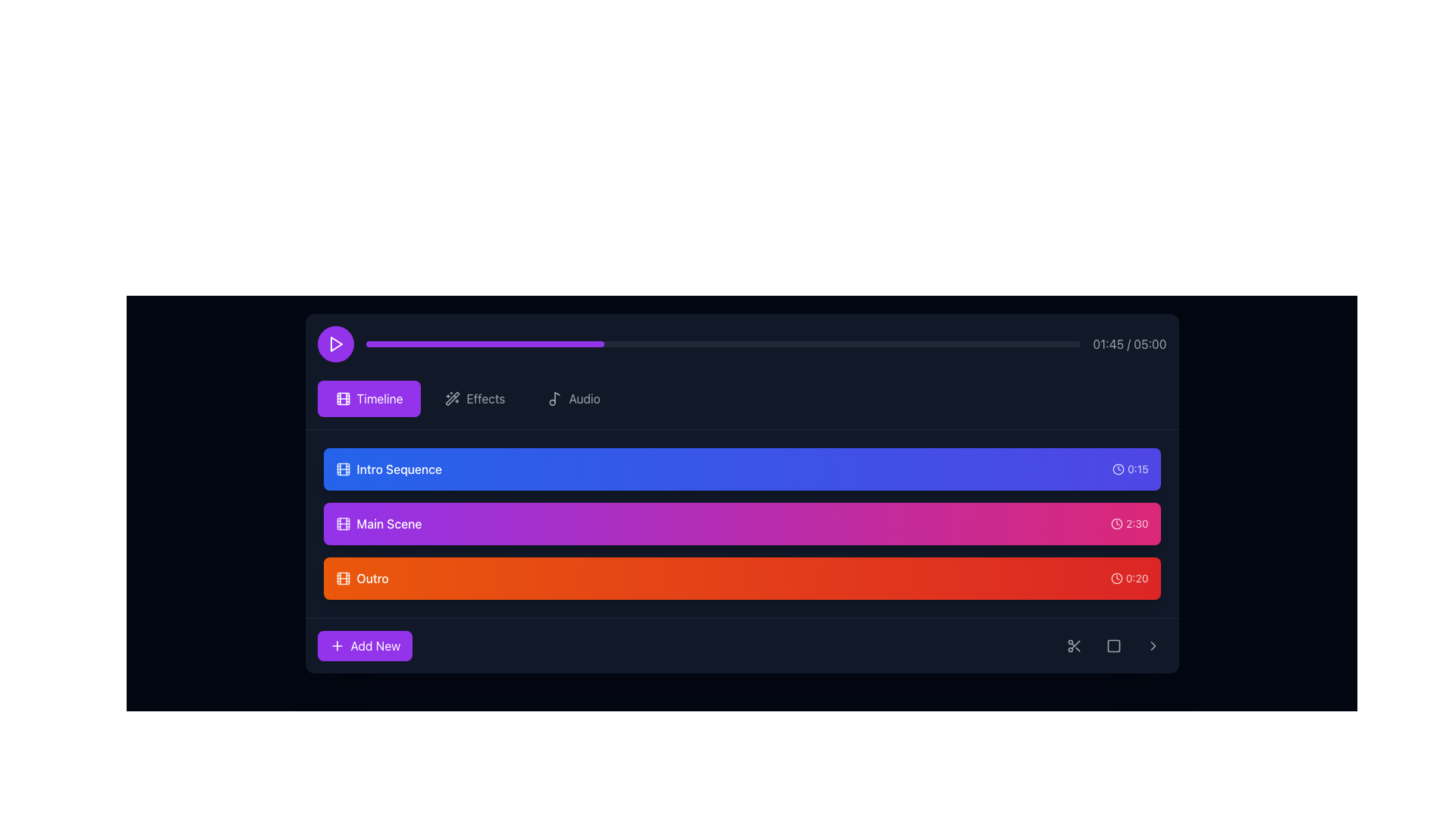 Image resolution: width=1456 pixels, height=819 pixels. I want to click on the 'Effects' button, which is a rounded button with a dark background and light gray text, located next to the 'Timeline' button and left of the 'Audio' button, so click(474, 397).